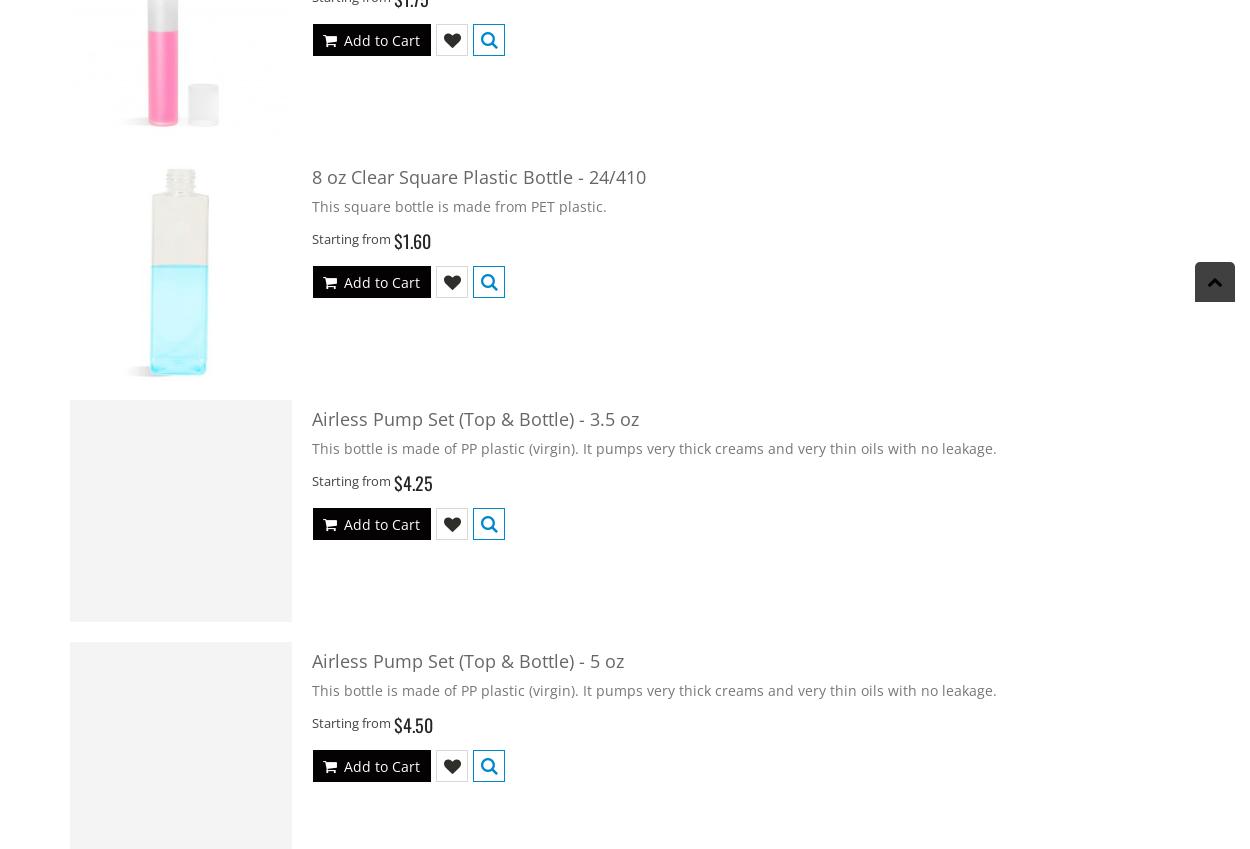 Image resolution: width=1250 pixels, height=849 pixels. Describe the element at coordinates (413, 480) in the screenshot. I see `'$4.25'` at that location.